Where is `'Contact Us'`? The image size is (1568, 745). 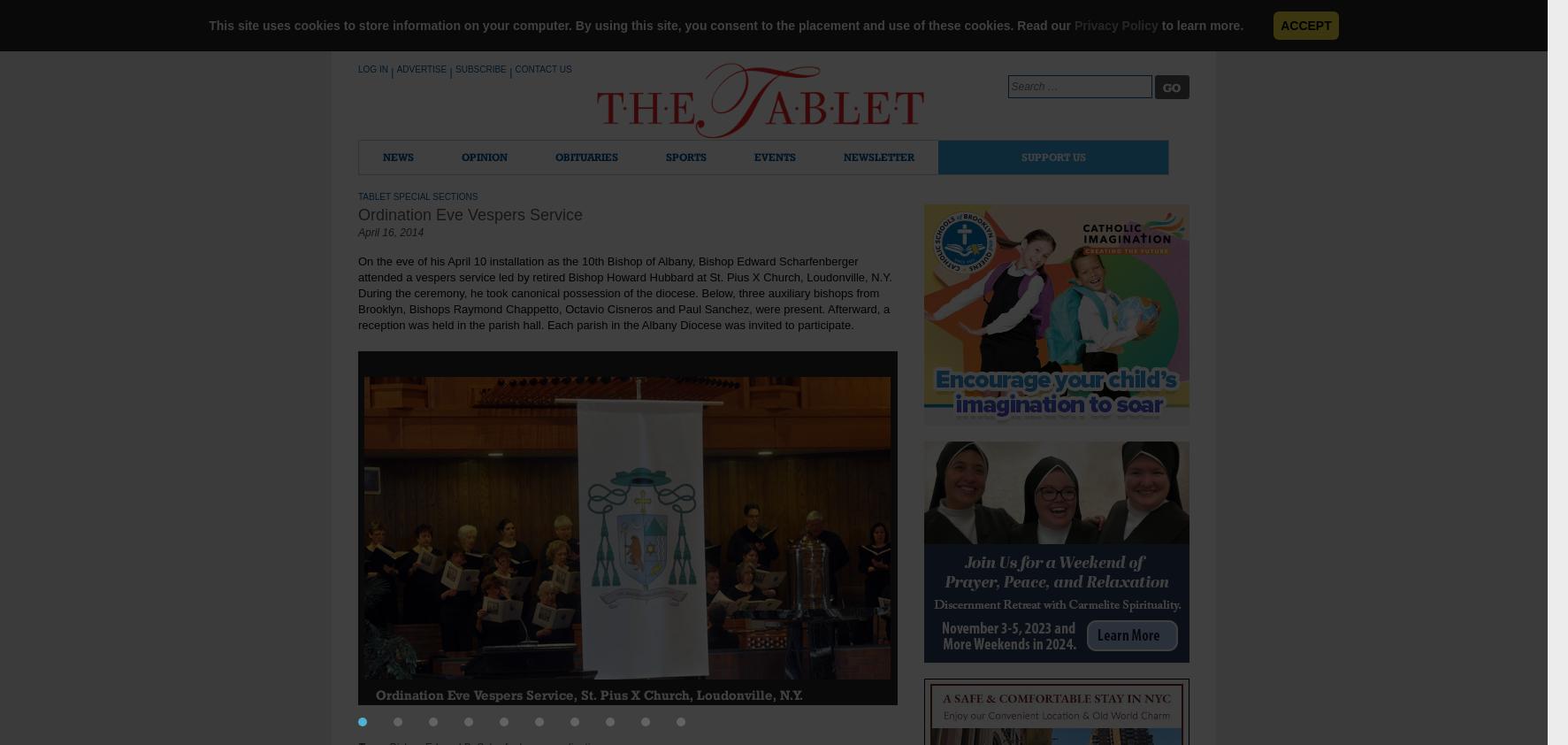
'Contact Us' is located at coordinates (541, 68).